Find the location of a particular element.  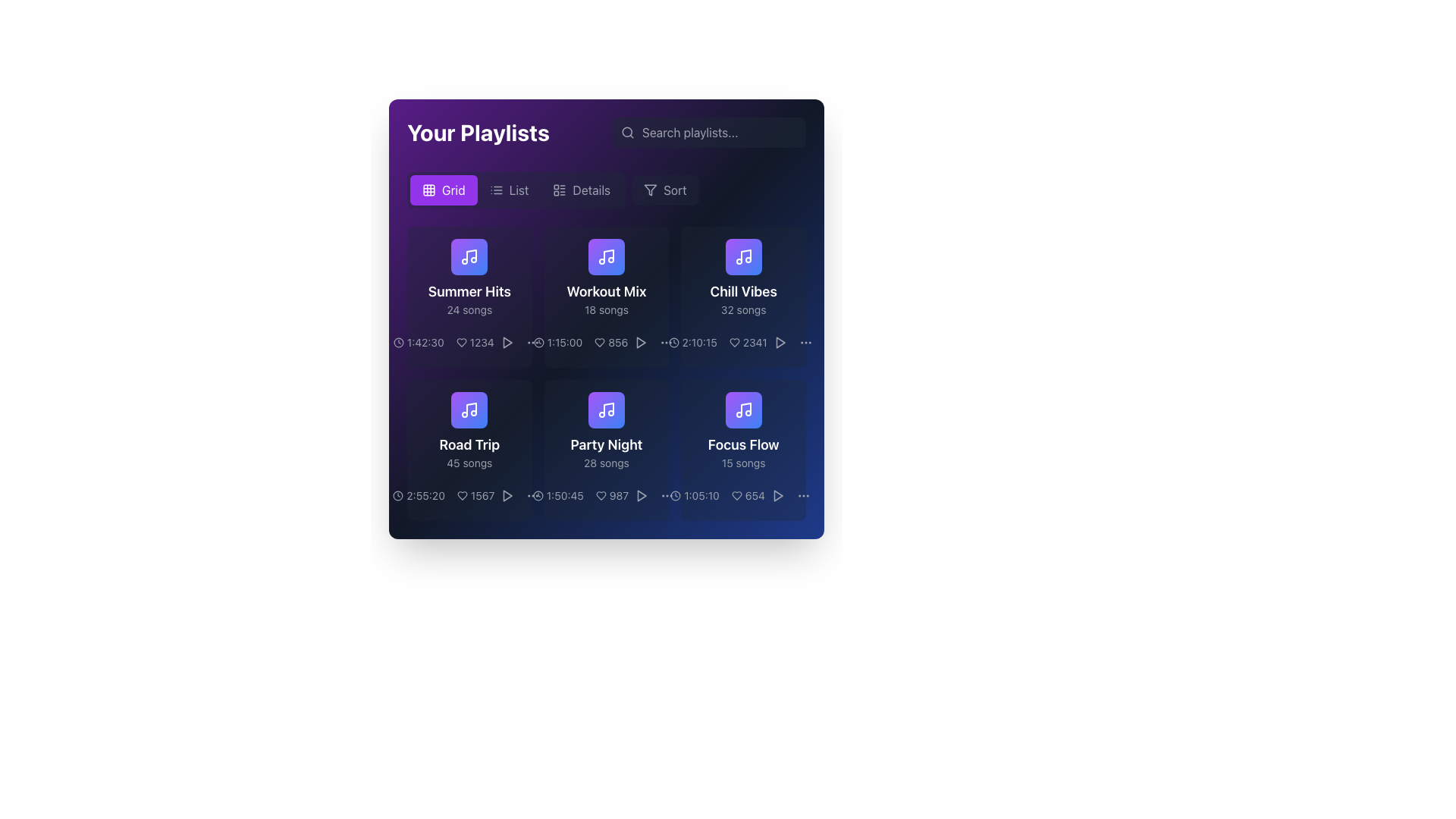

the 'Road Trip' playlist icon located in the center-top section of the playlist card is located at coordinates (469, 409).